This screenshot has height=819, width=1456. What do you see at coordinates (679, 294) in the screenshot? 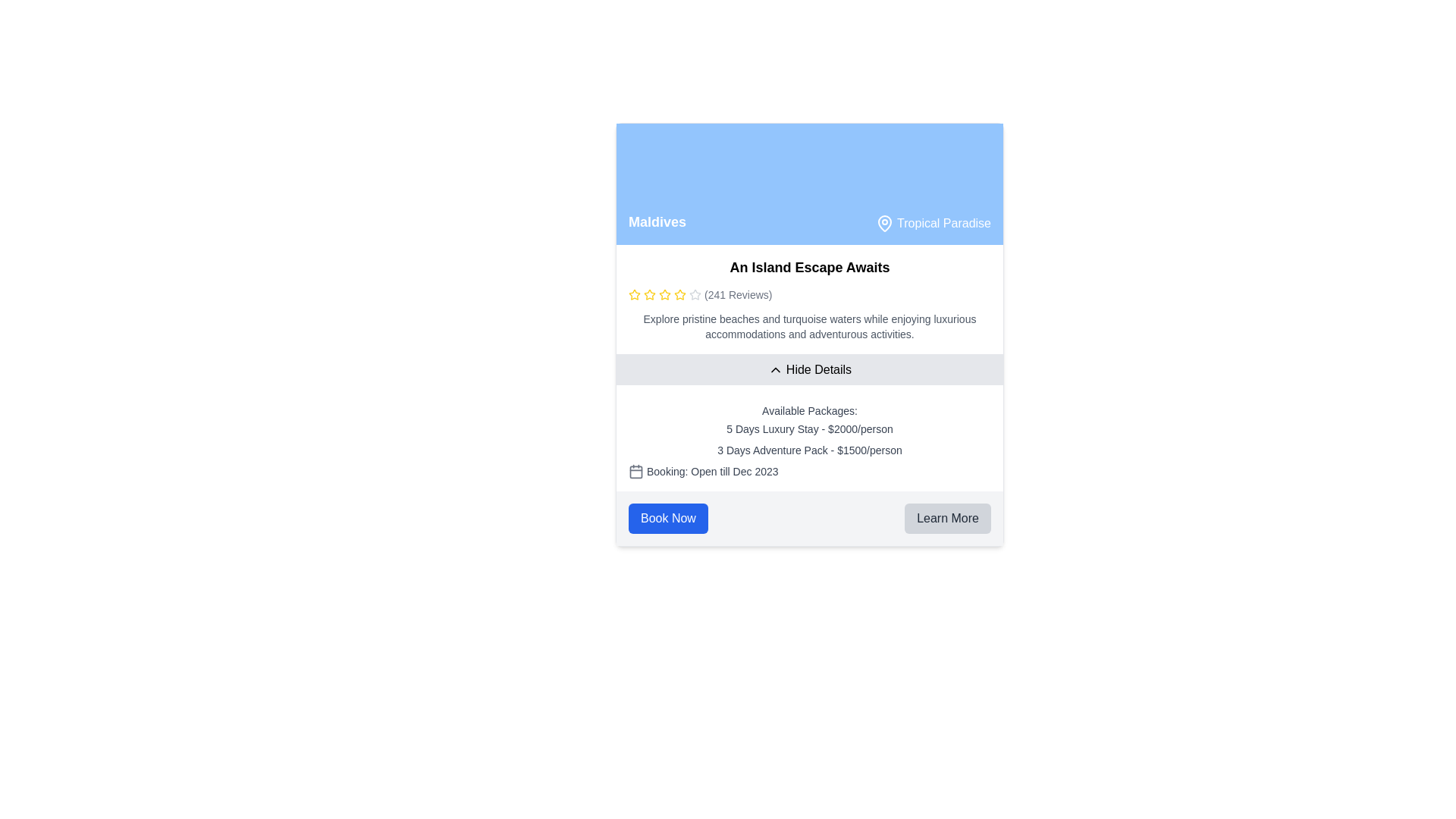
I see `the first star-shaped icon with a yellow border, used for rating, located below the title 'An Island Escape Awaits' to rate it` at bounding box center [679, 294].